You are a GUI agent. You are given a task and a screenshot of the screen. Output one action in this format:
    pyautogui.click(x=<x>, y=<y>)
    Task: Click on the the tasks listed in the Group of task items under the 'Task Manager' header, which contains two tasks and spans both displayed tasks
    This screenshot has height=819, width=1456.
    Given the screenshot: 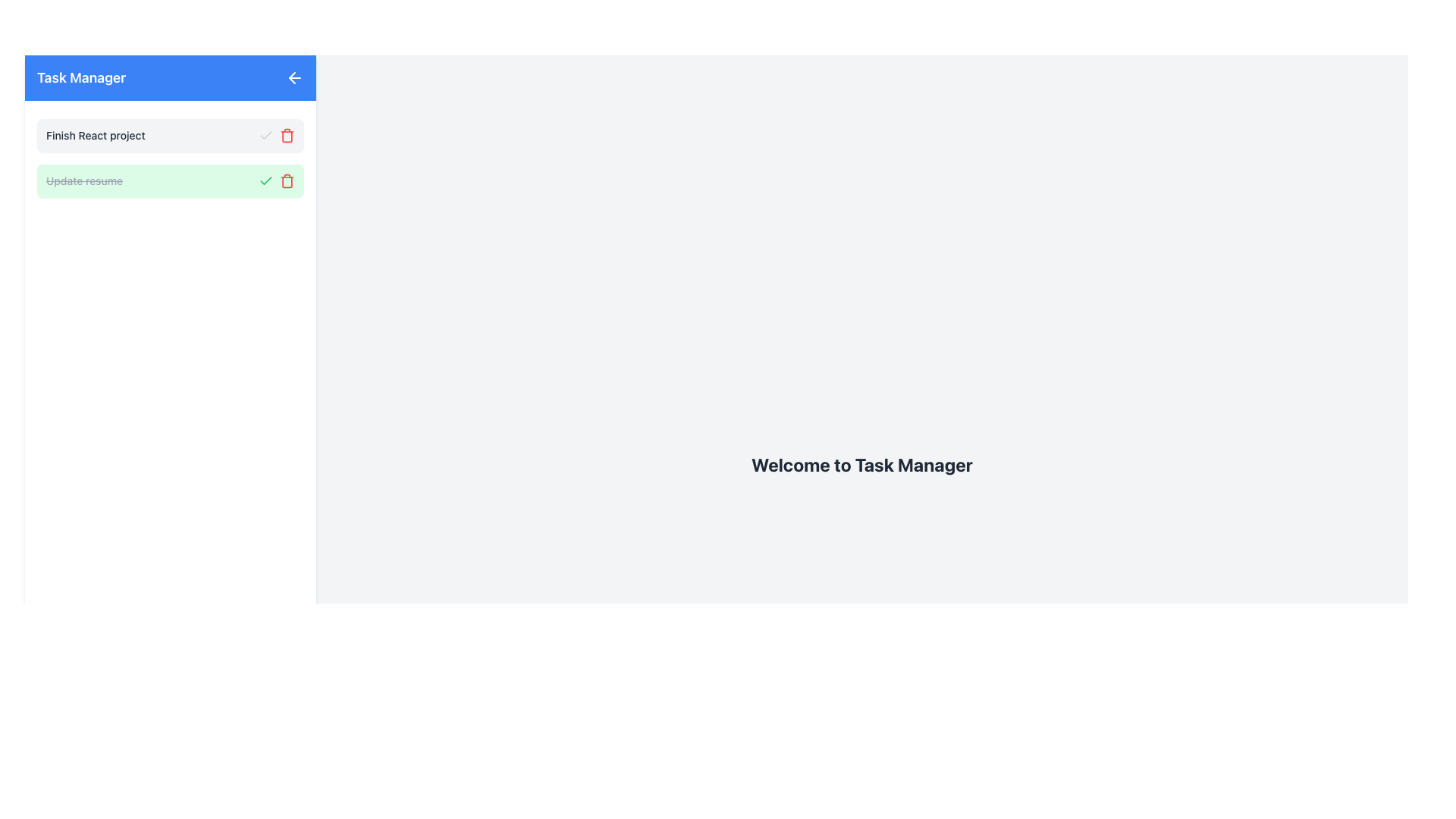 What is the action you would take?
    pyautogui.click(x=171, y=158)
    